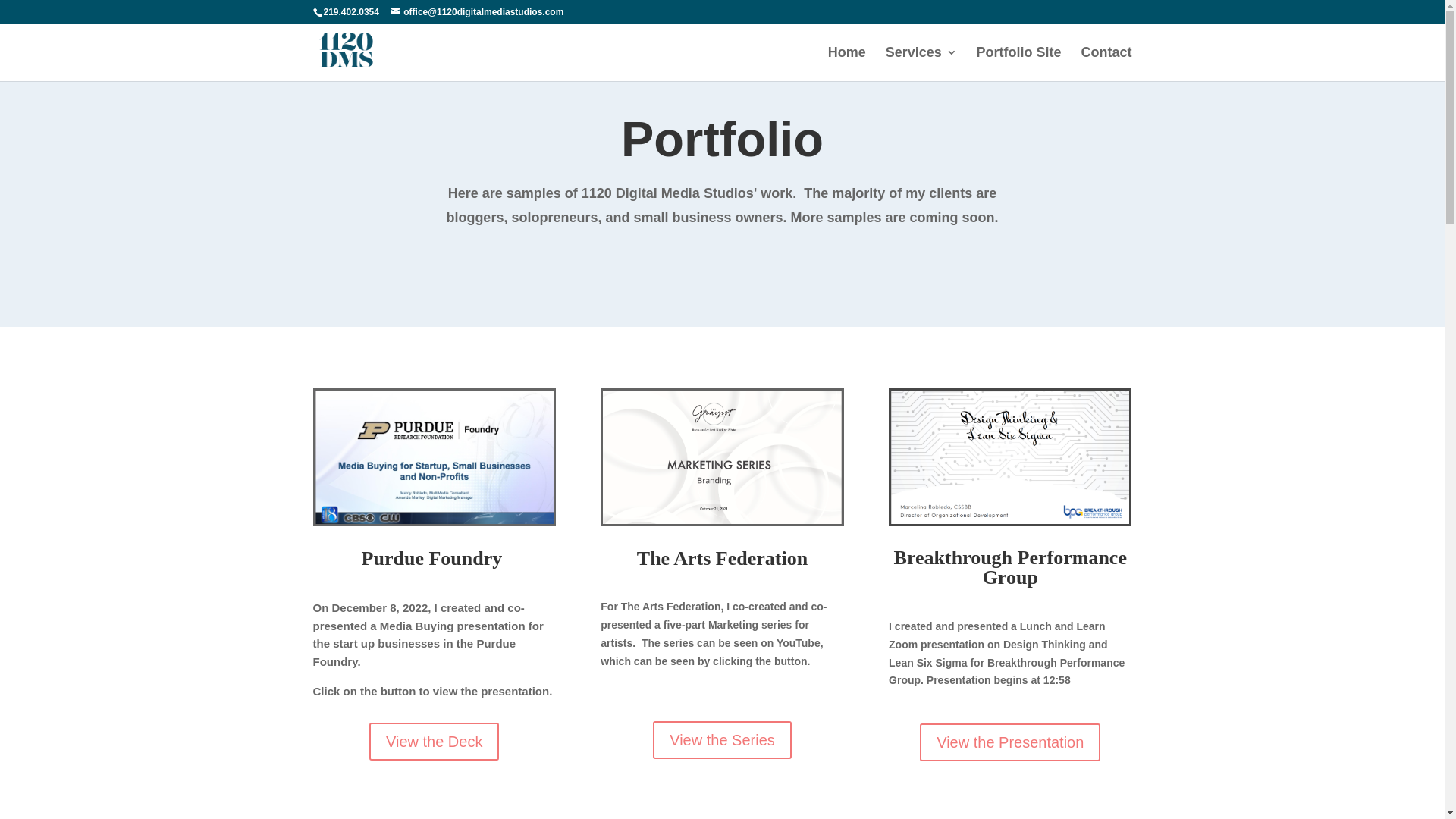  I want to click on 'View the Series', so click(721, 739).